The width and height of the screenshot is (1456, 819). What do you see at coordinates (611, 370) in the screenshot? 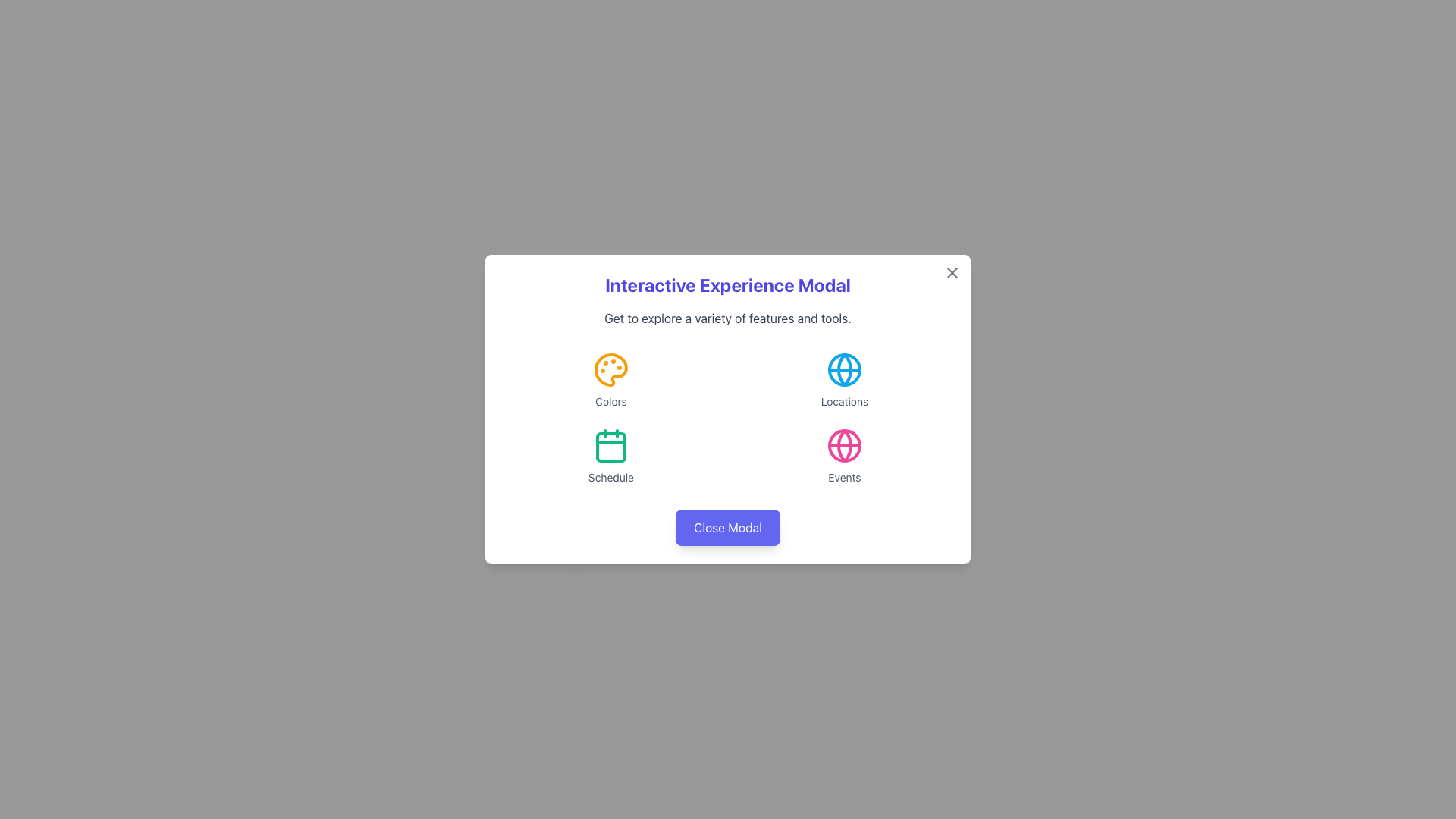
I see `the orange-colored palette-shaped icon located in the upper left quadrant of the modal dialog box, adjacent to the text label 'Colors'` at bounding box center [611, 370].